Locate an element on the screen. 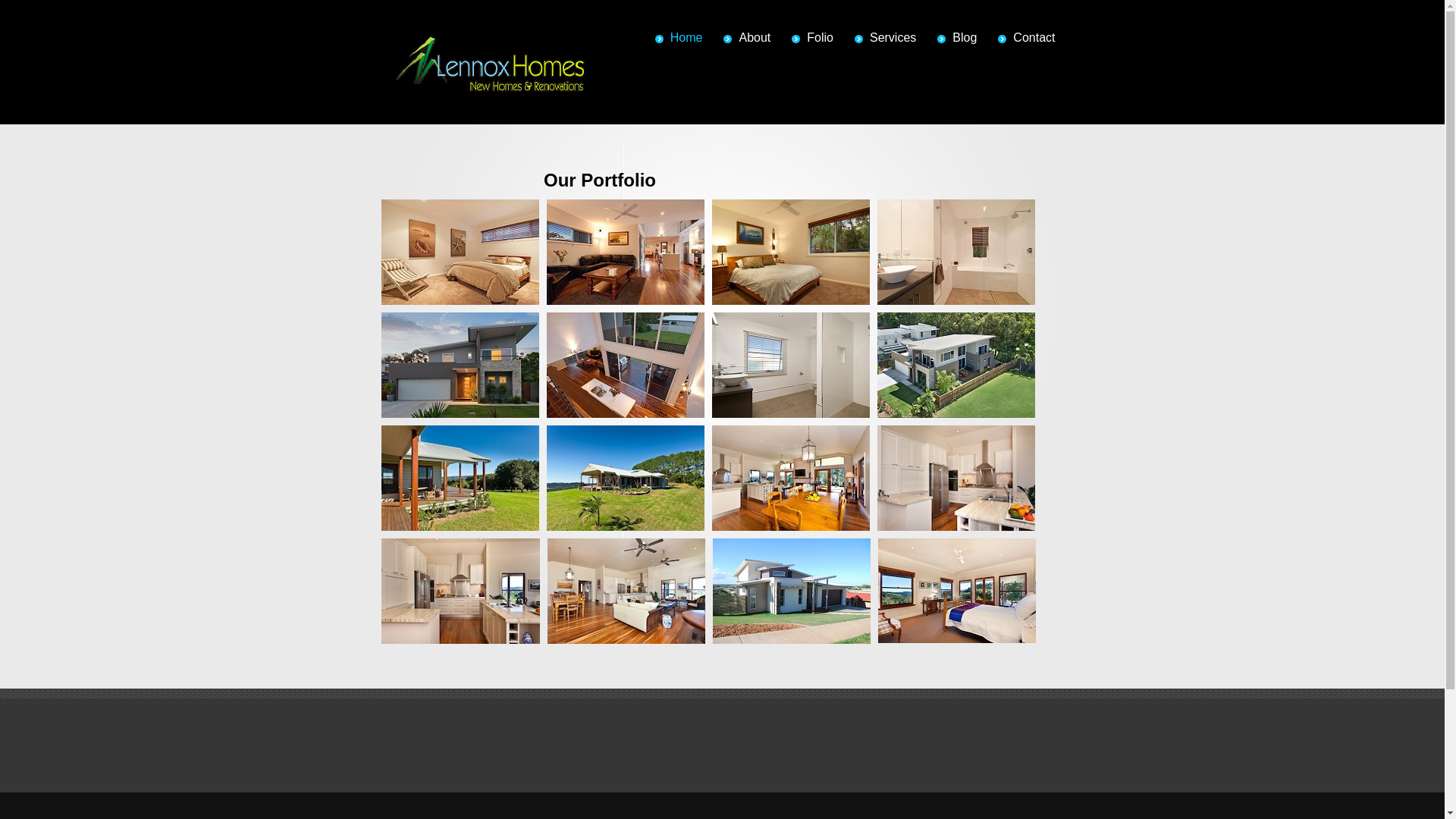  'Home' is located at coordinates (678, 37).